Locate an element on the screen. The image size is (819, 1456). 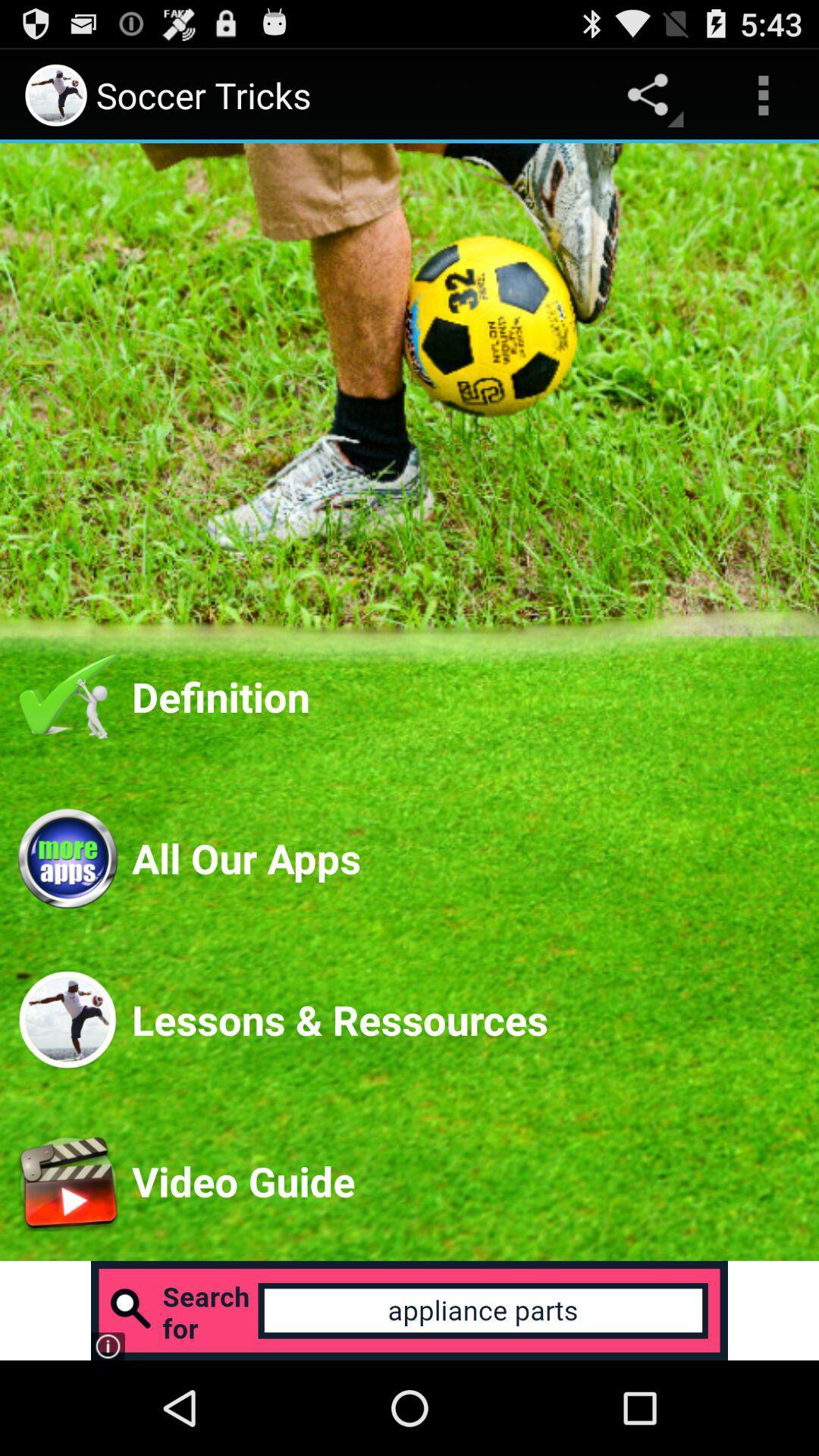
icon above lessons & ressources icon is located at coordinates (465, 858).